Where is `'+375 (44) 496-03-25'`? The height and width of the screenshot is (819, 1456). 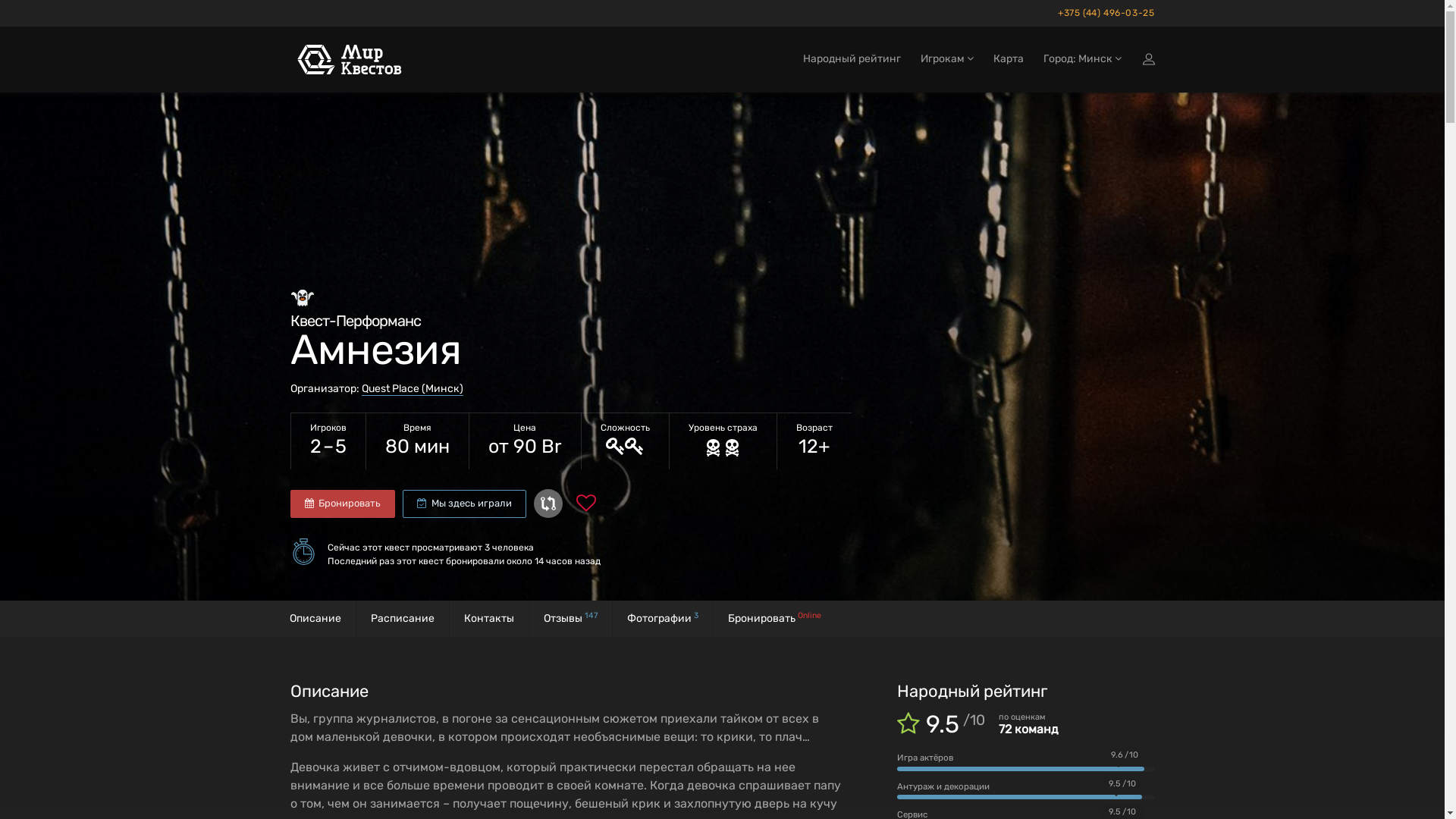
'+375 (44) 496-03-25' is located at coordinates (1102, 13).